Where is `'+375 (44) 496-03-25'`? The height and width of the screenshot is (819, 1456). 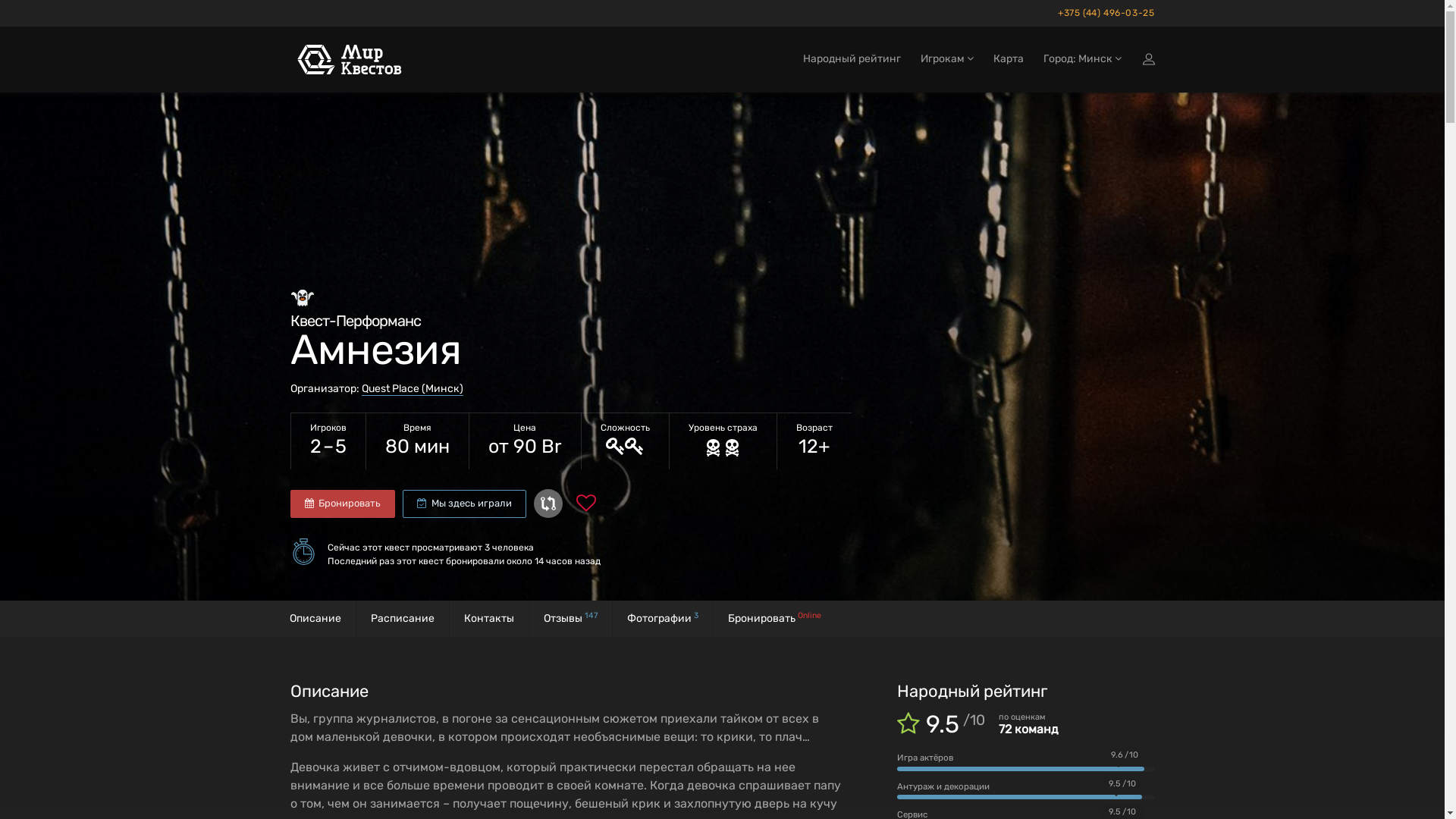
'+375 (44) 496-03-25' is located at coordinates (1102, 13).